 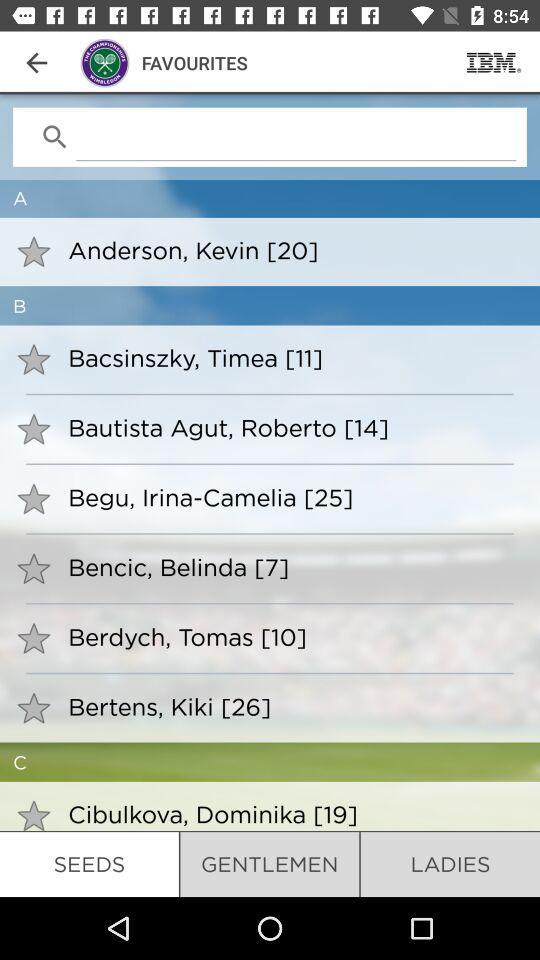 I want to click on icon next to seeds icon, so click(x=269, y=863).